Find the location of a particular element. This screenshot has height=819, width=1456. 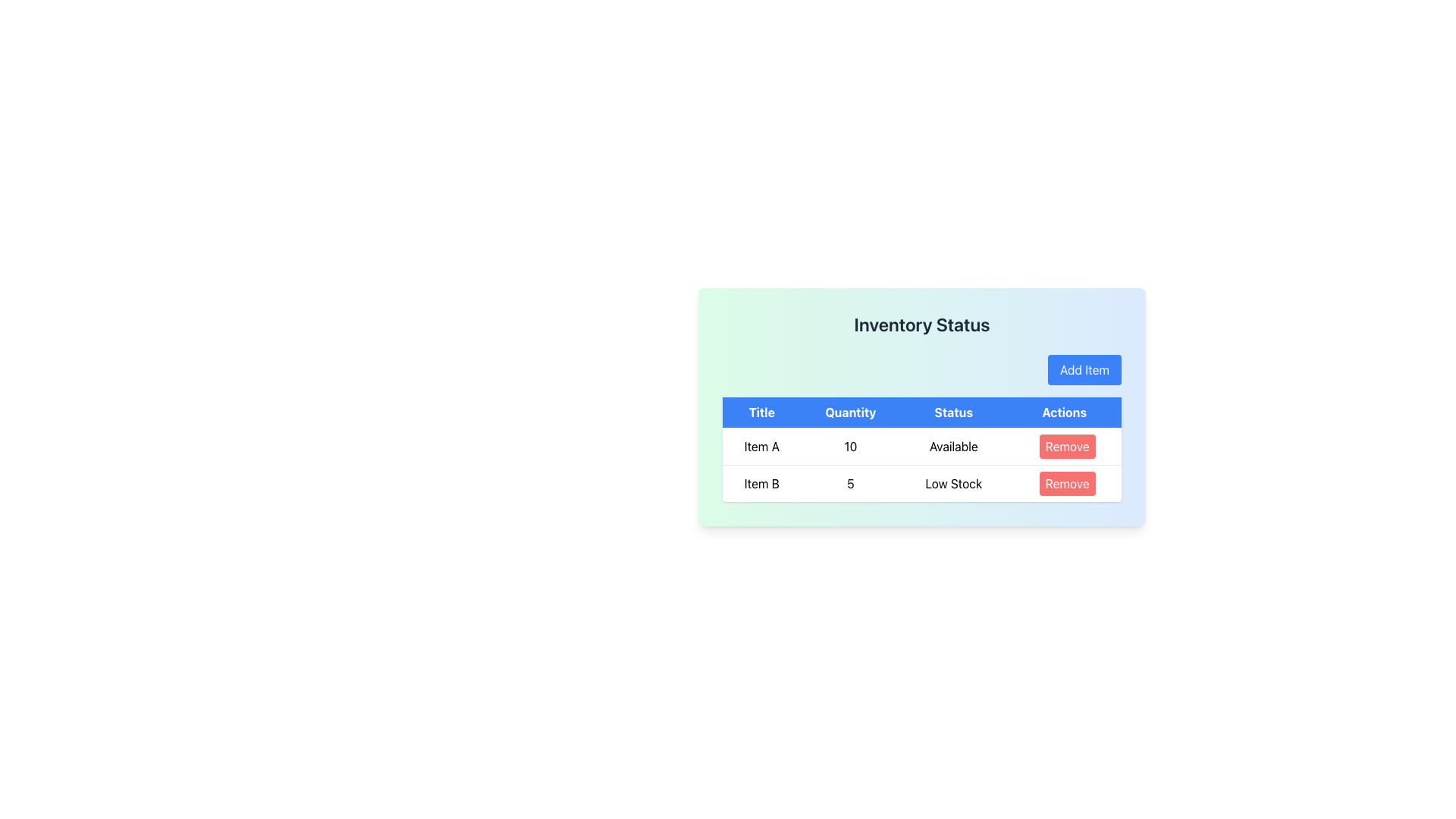

the second table row displaying details for 'Item B', which includes quantity '5', status 'Low Stock', and a 'Remove' button for additional details is located at coordinates (921, 482).